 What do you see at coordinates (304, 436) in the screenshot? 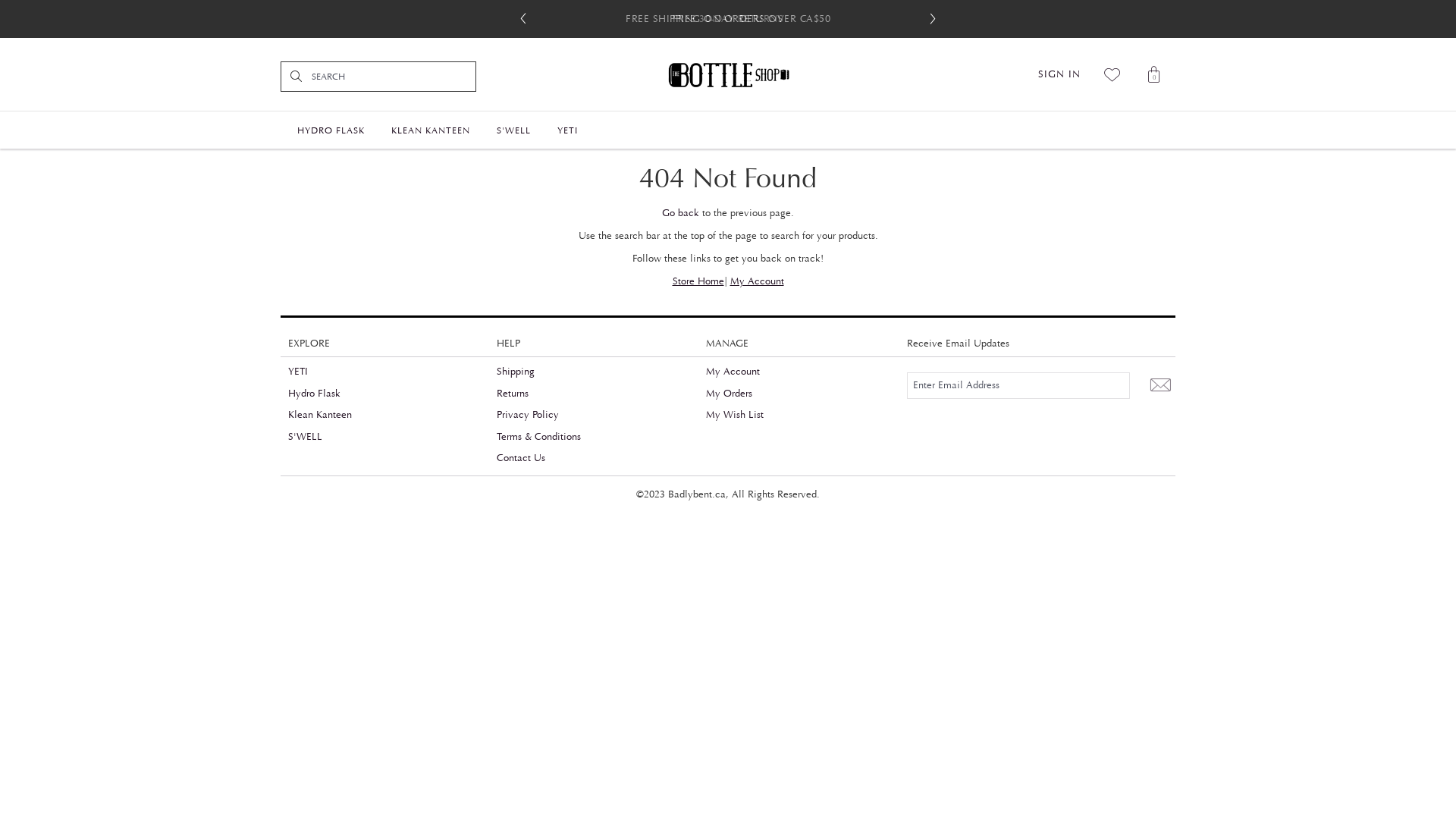
I see `'S'WELL'` at bounding box center [304, 436].